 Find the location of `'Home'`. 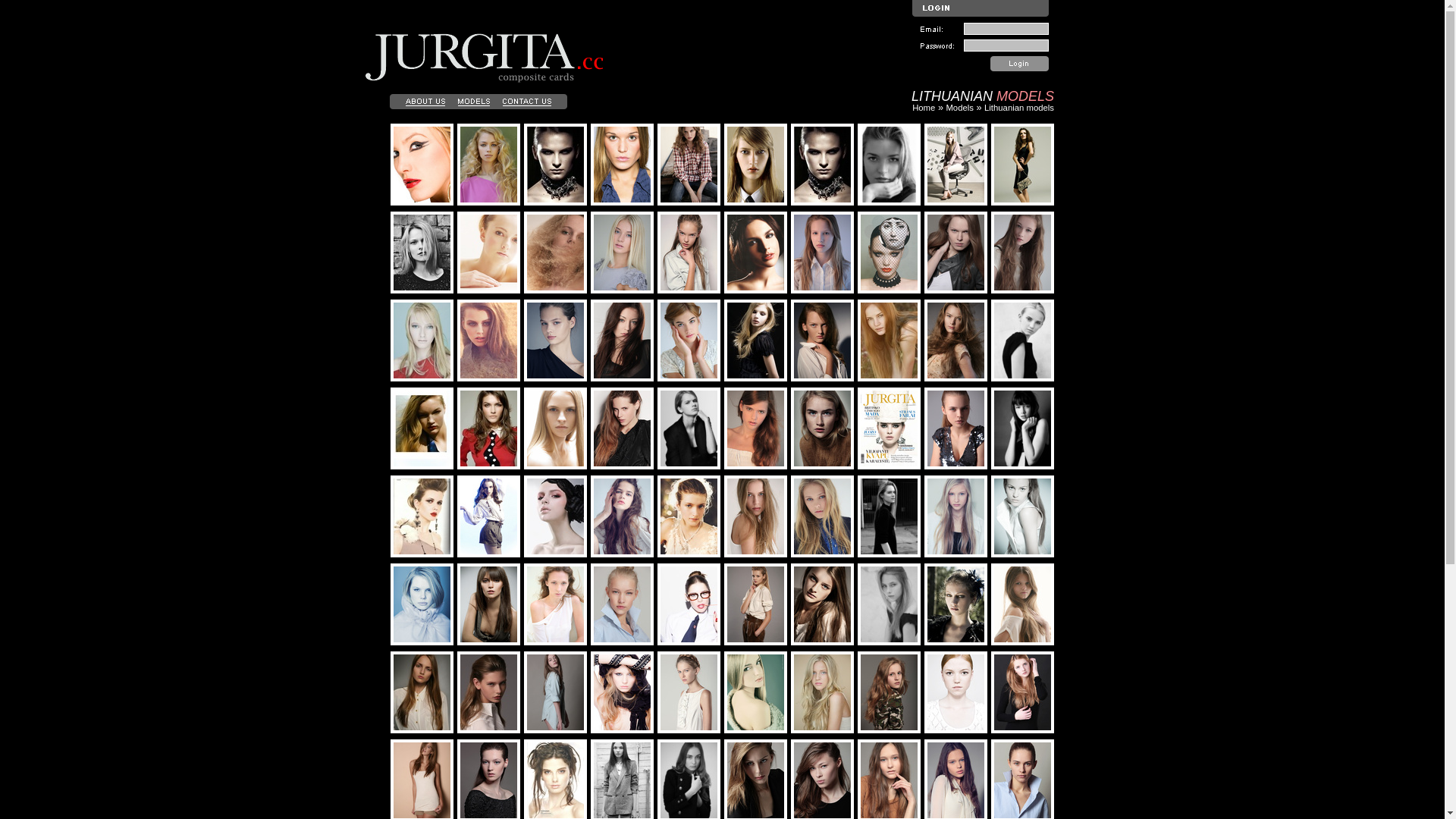

'Home' is located at coordinates (923, 107).